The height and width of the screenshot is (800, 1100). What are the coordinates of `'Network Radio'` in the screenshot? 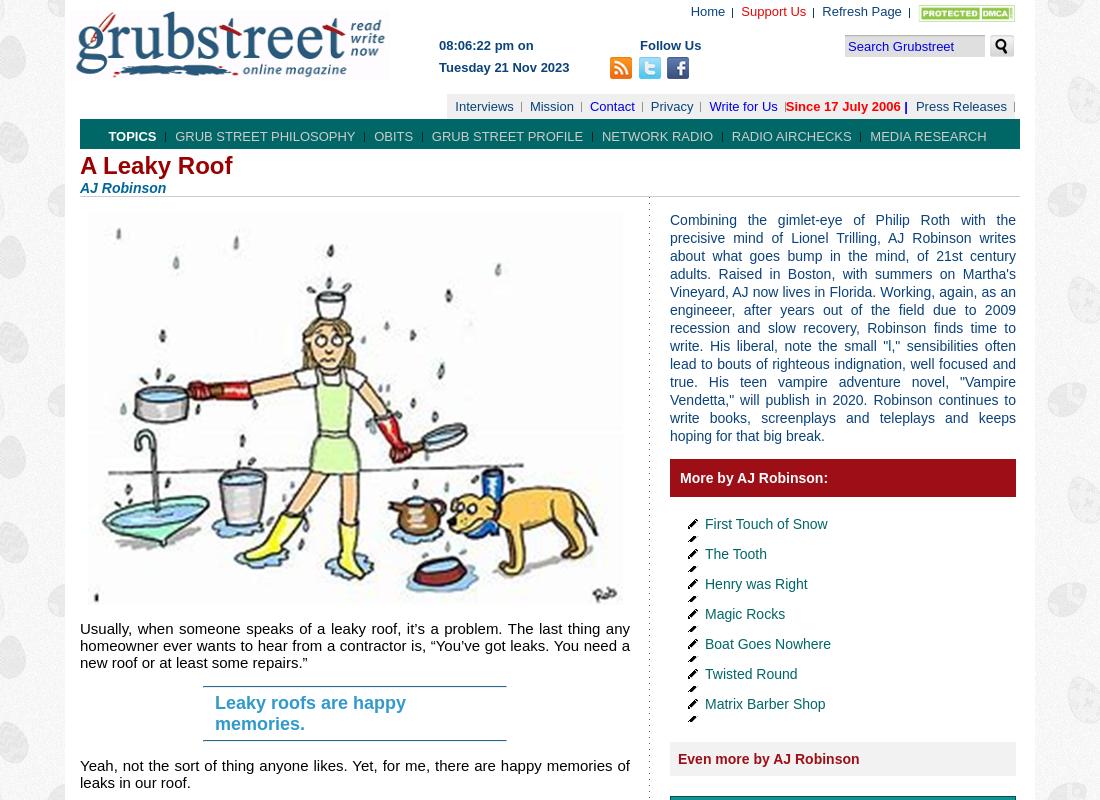 It's located at (657, 136).